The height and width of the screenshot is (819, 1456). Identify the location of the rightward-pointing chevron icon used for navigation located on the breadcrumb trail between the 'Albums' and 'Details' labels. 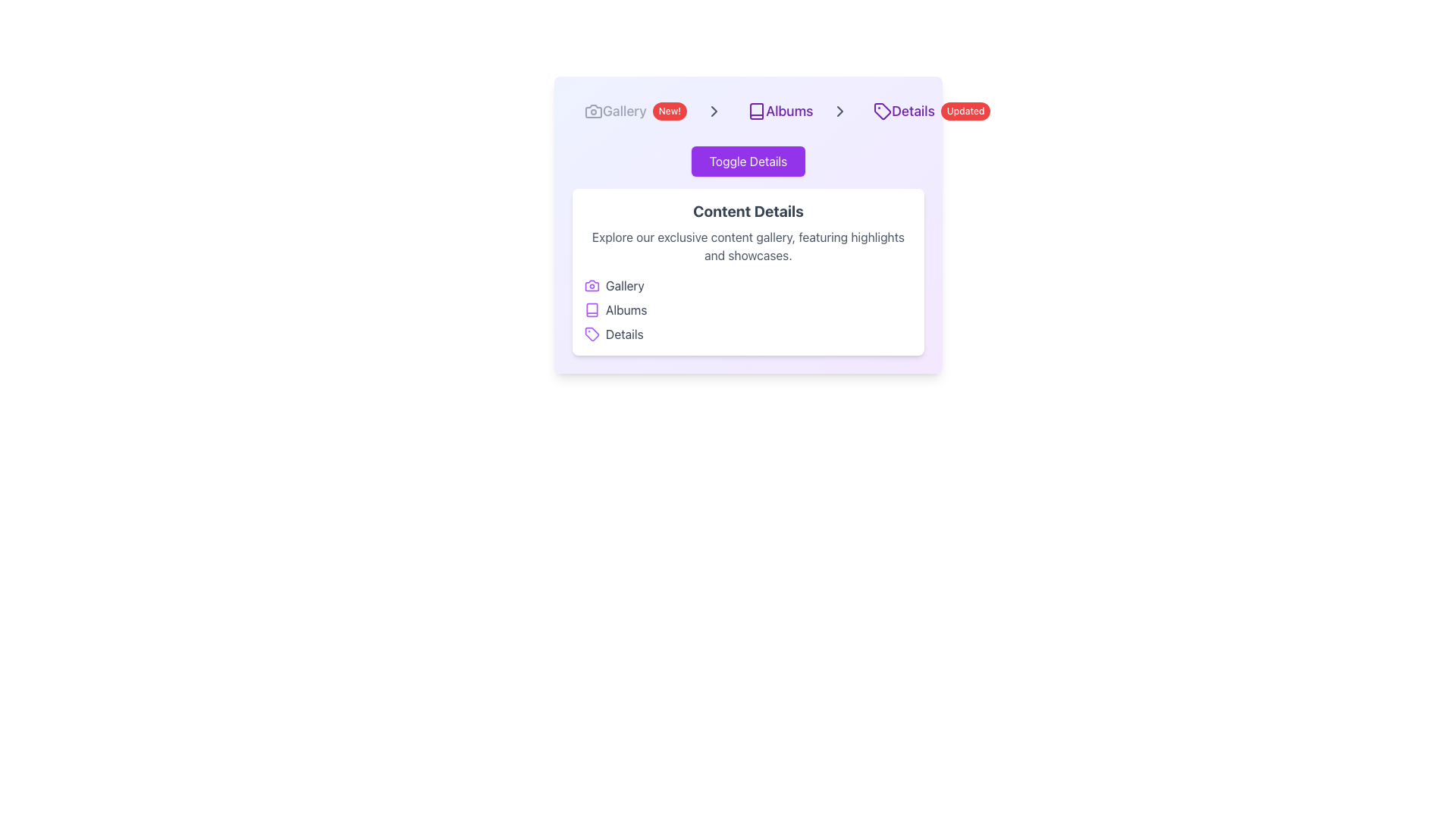
(839, 110).